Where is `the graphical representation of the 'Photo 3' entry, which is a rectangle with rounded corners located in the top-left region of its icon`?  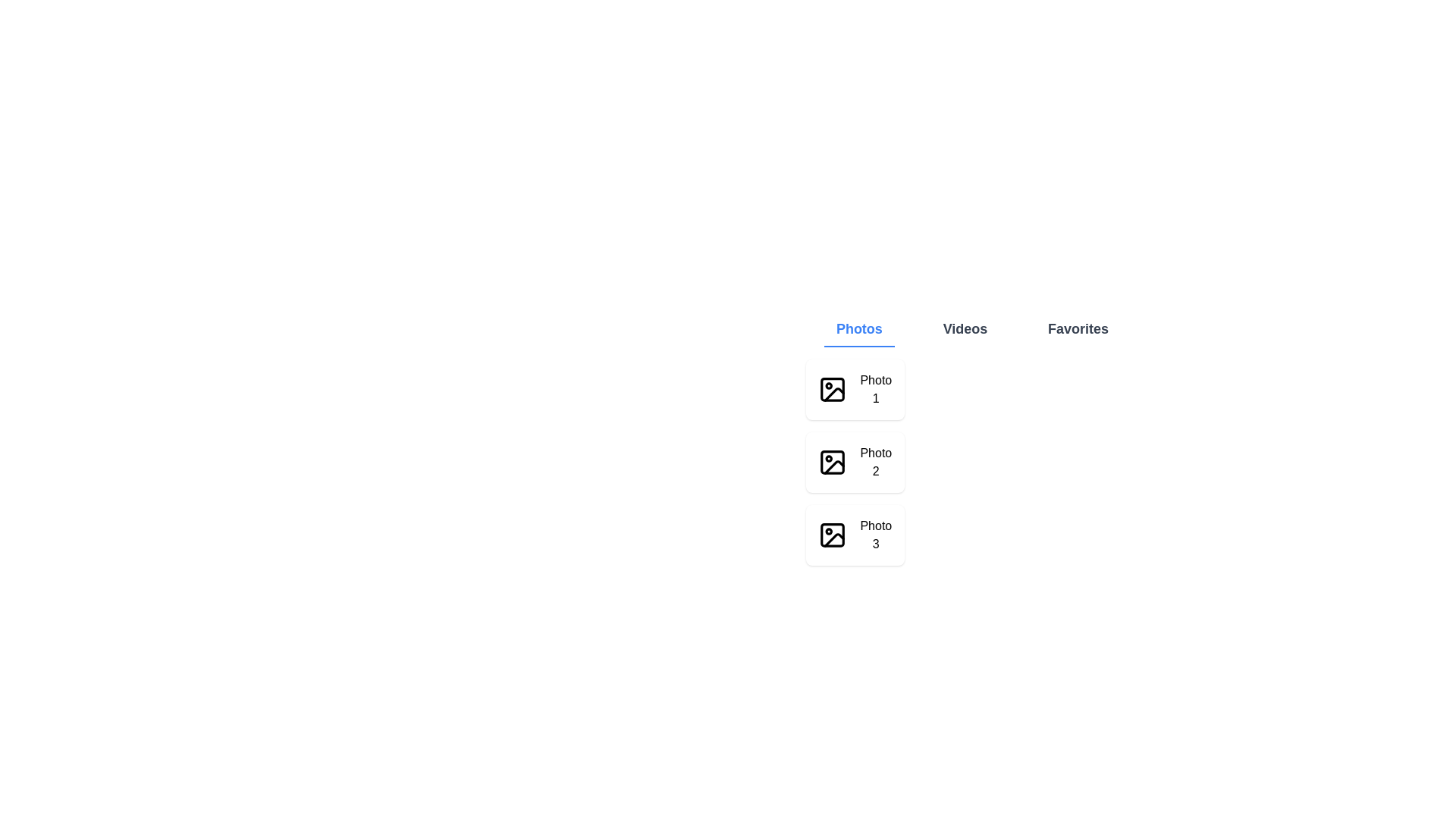
the graphical representation of the 'Photo 3' entry, which is a rectangle with rounded corners located in the top-left region of its icon is located at coordinates (832, 534).